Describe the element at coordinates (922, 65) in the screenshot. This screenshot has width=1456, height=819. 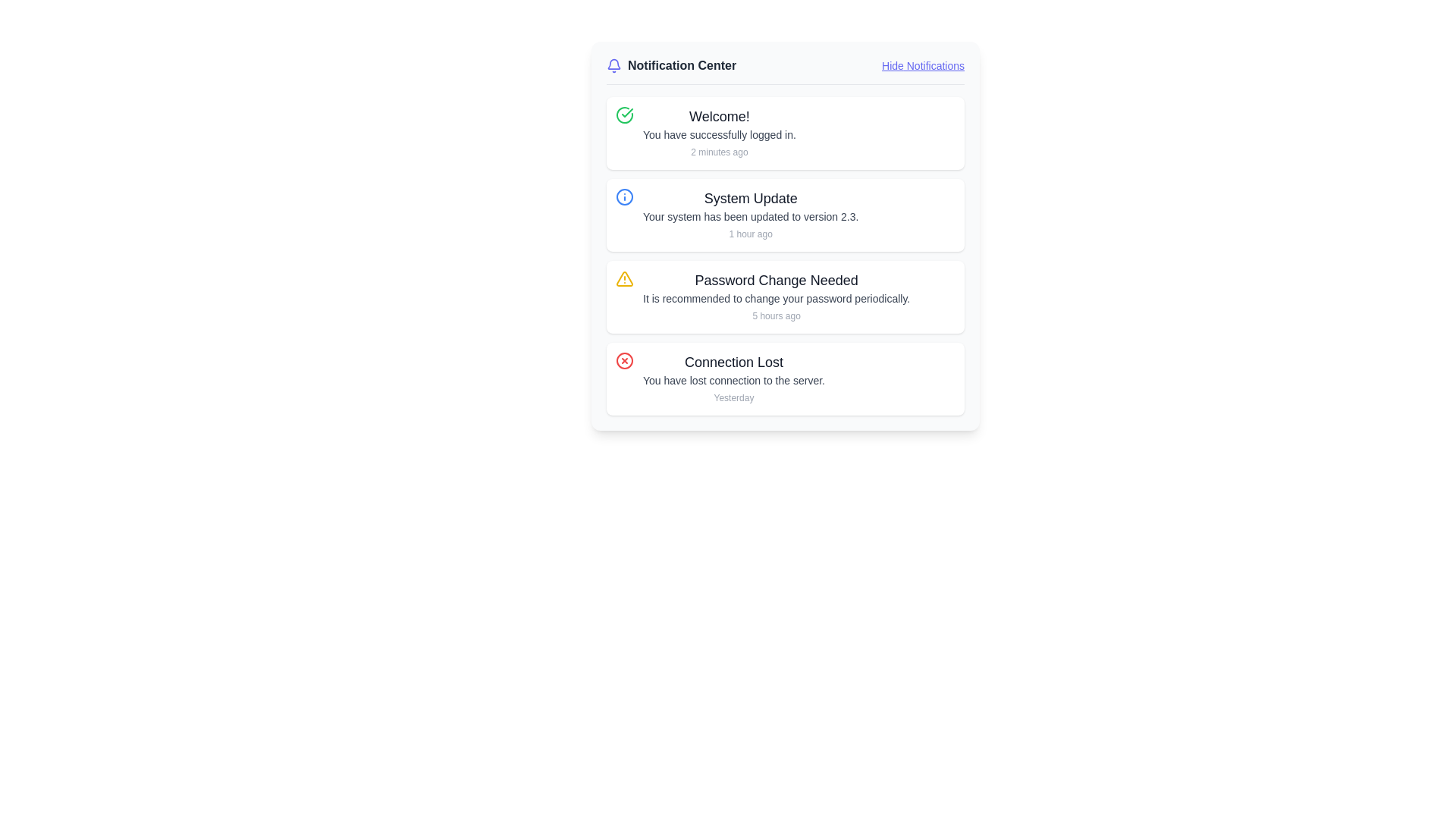
I see `the hyperlink styled as underlined indigo-blue text displaying 'Hide Notifications'` at that location.